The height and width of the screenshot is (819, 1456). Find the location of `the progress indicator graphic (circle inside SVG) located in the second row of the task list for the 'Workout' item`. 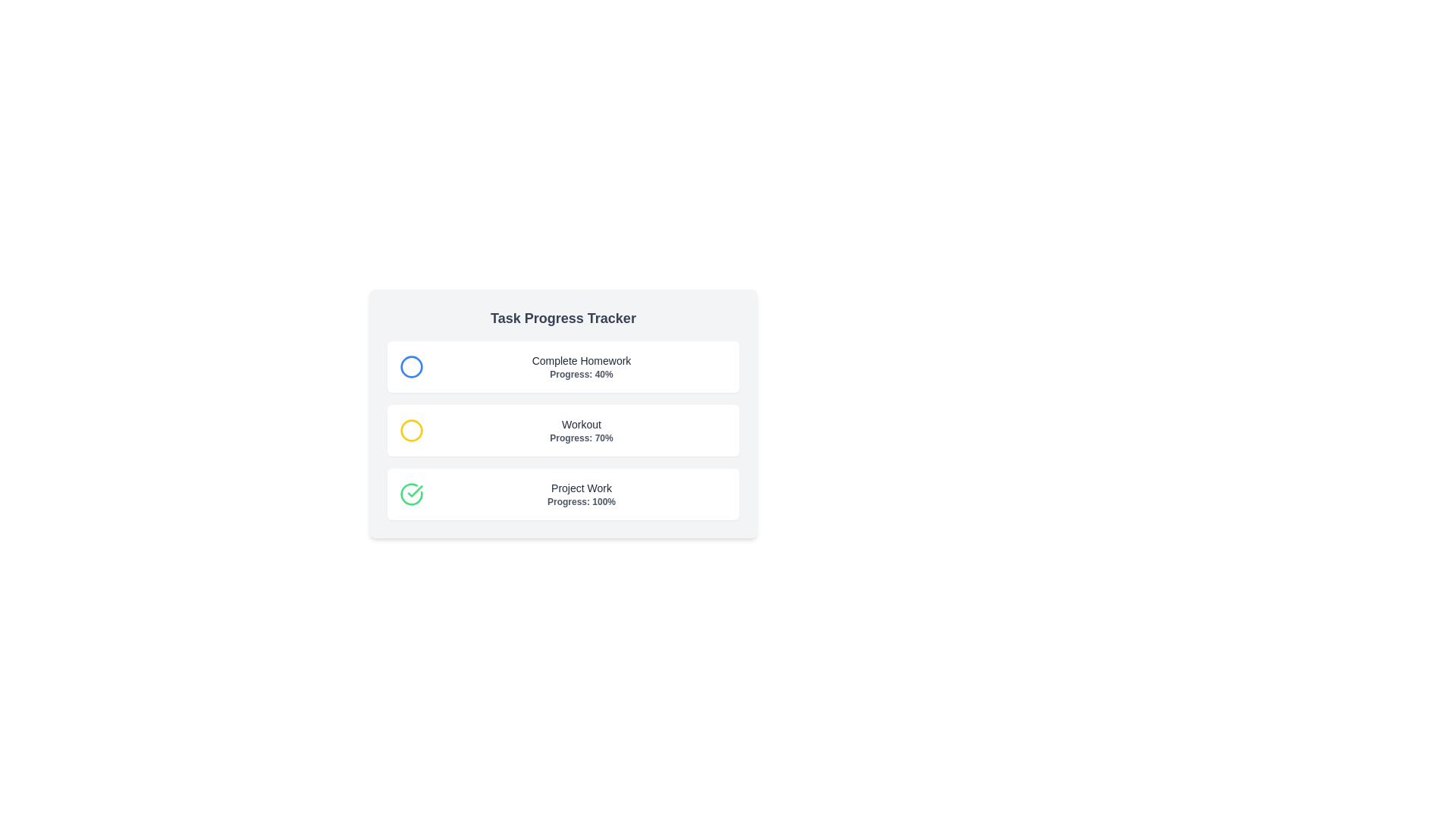

the progress indicator graphic (circle inside SVG) located in the second row of the task list for the 'Workout' item is located at coordinates (411, 430).